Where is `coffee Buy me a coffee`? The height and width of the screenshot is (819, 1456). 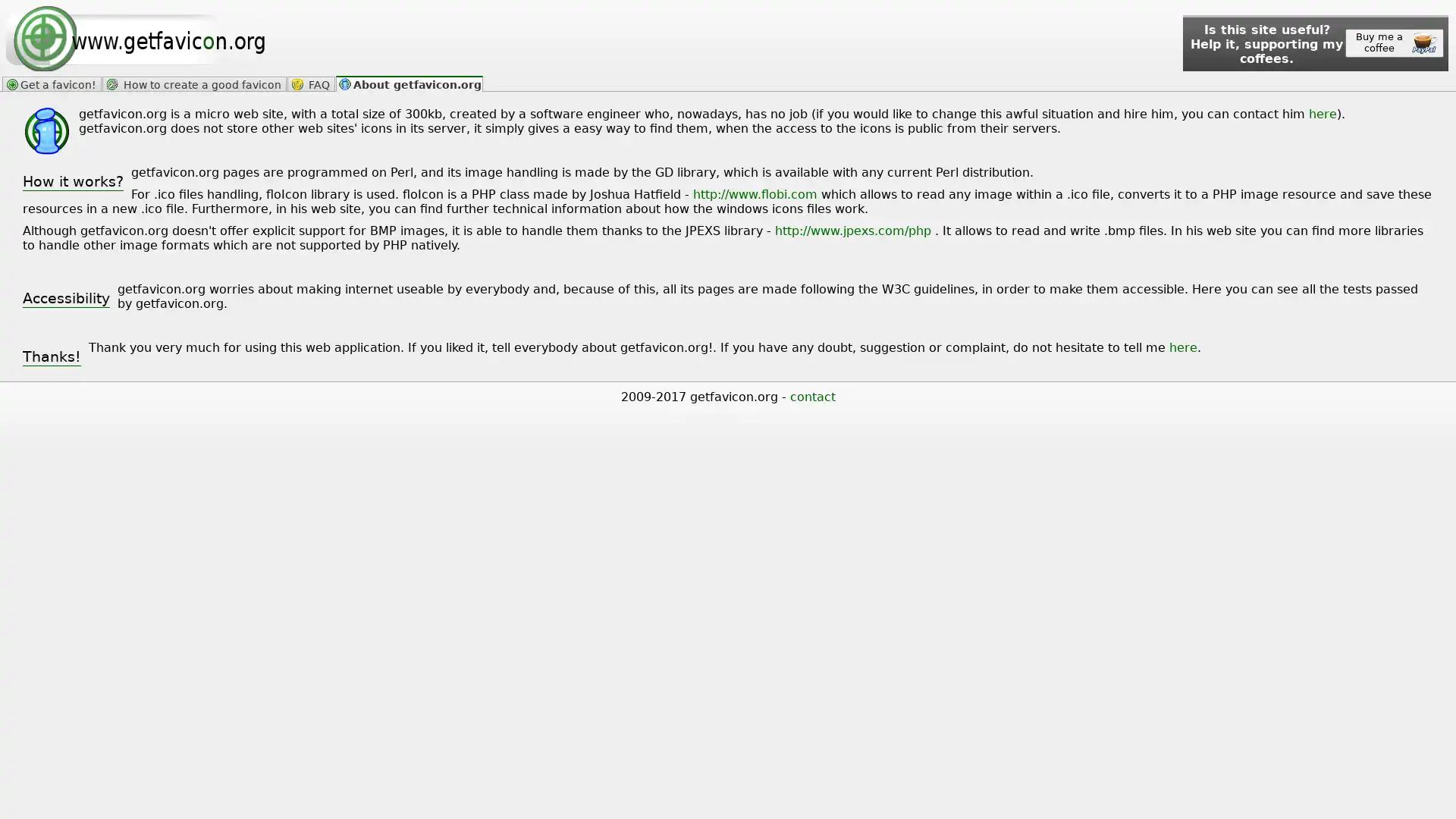 coffee Buy me a coffee is located at coordinates (1394, 42).